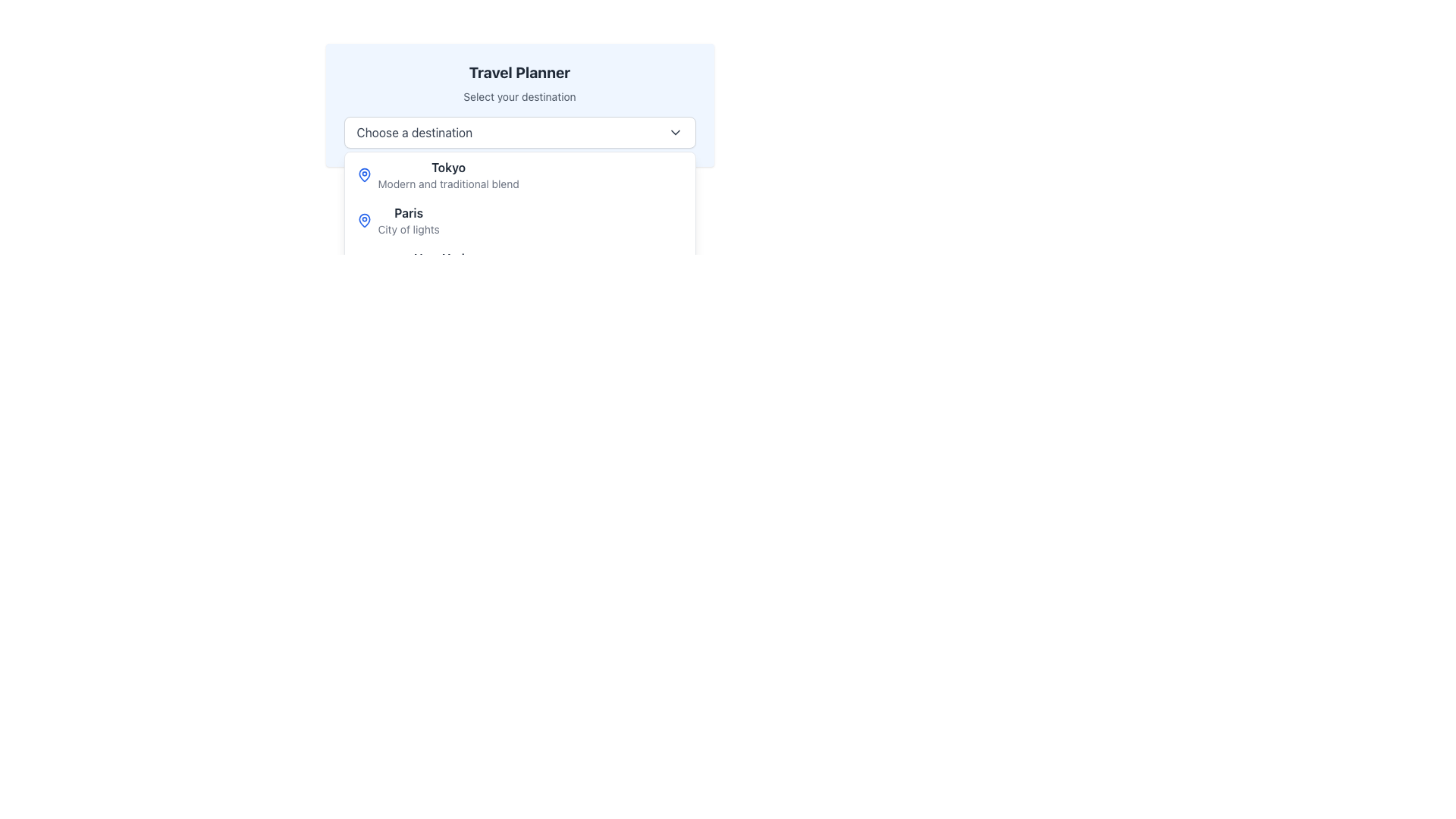  I want to click on the first selectable destination option in the travel planner interface, located below the 'Choose a destination' dropdown menu, so click(519, 174).